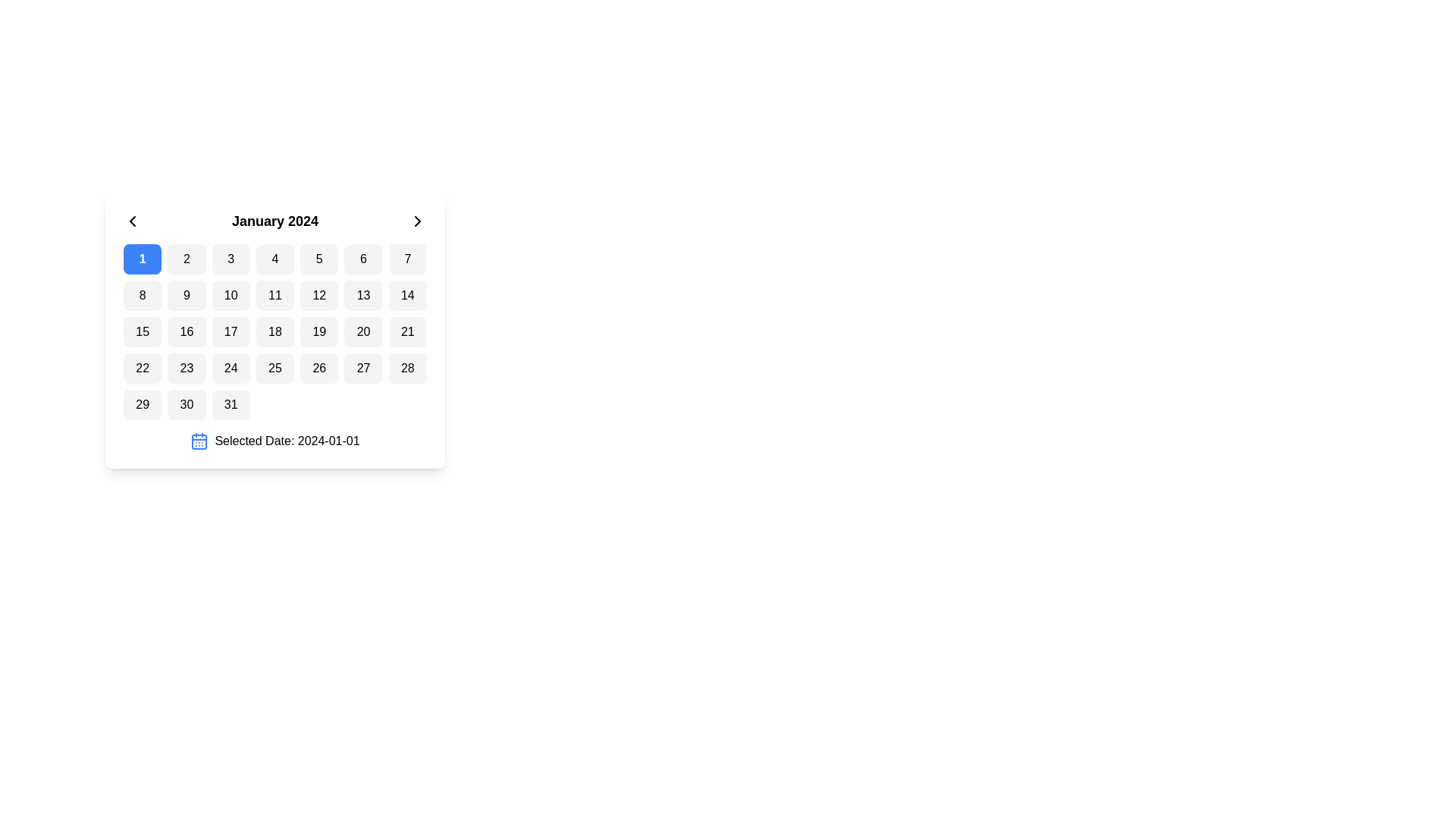 This screenshot has height=819, width=1456. I want to click on the calendar date cell representing the date '9', so click(185, 295).